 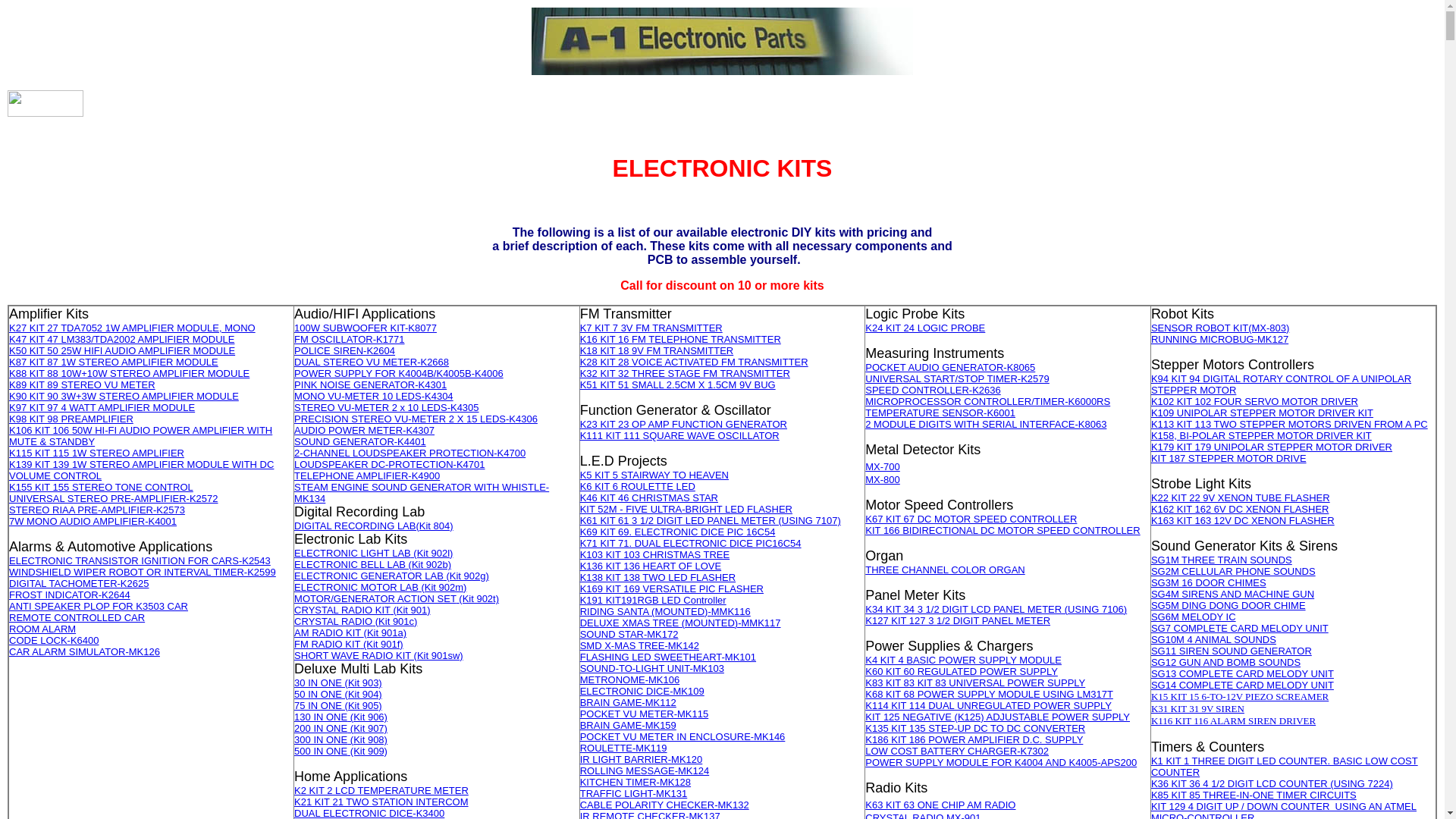 What do you see at coordinates (960, 670) in the screenshot?
I see `'K60 KIT 60 REGULATED POWER SUPPLY'` at bounding box center [960, 670].